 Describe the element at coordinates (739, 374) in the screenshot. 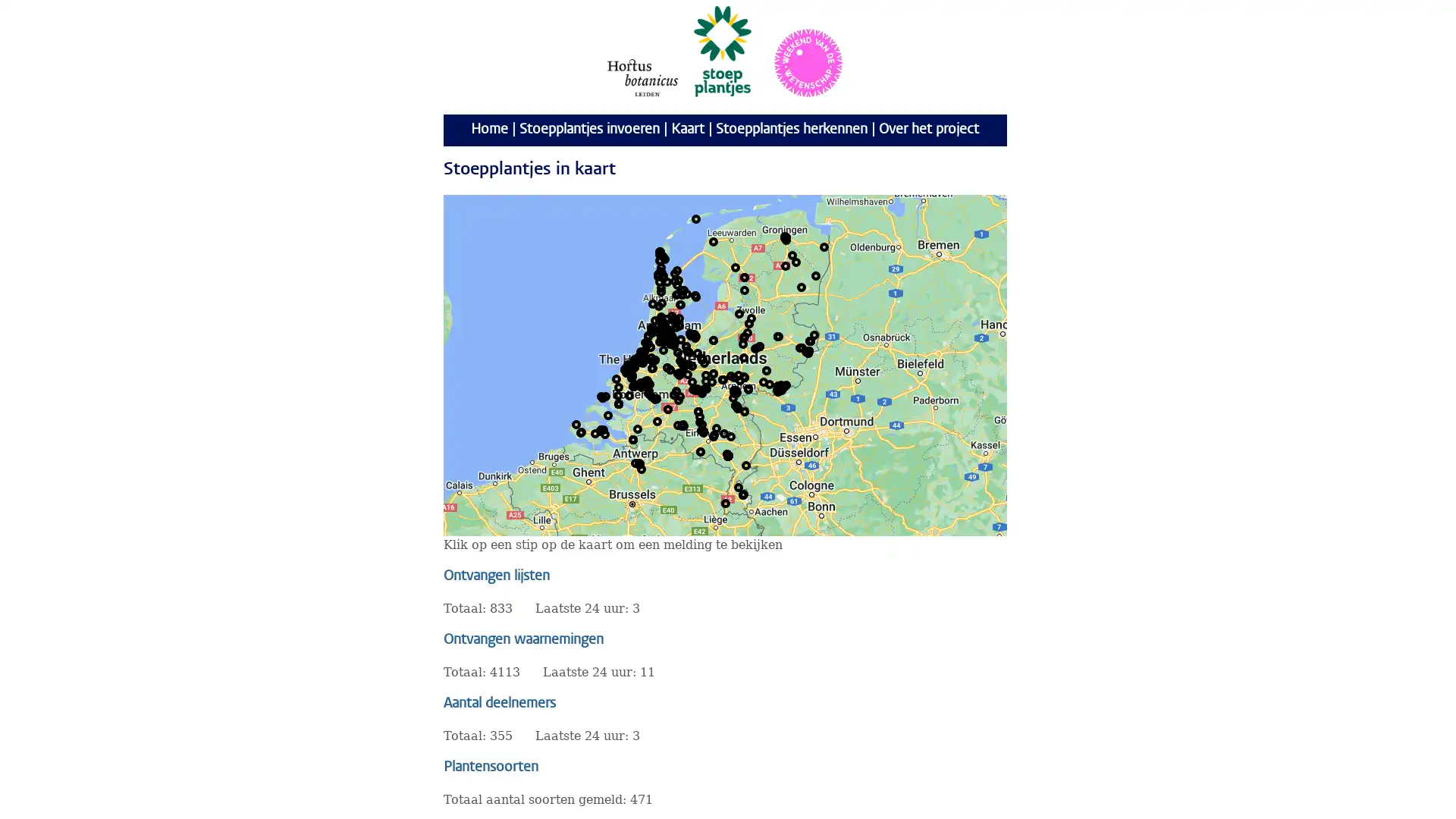

I see `Telling van BurgersZoo BuurtNatuur op 04 juni 2022` at that location.